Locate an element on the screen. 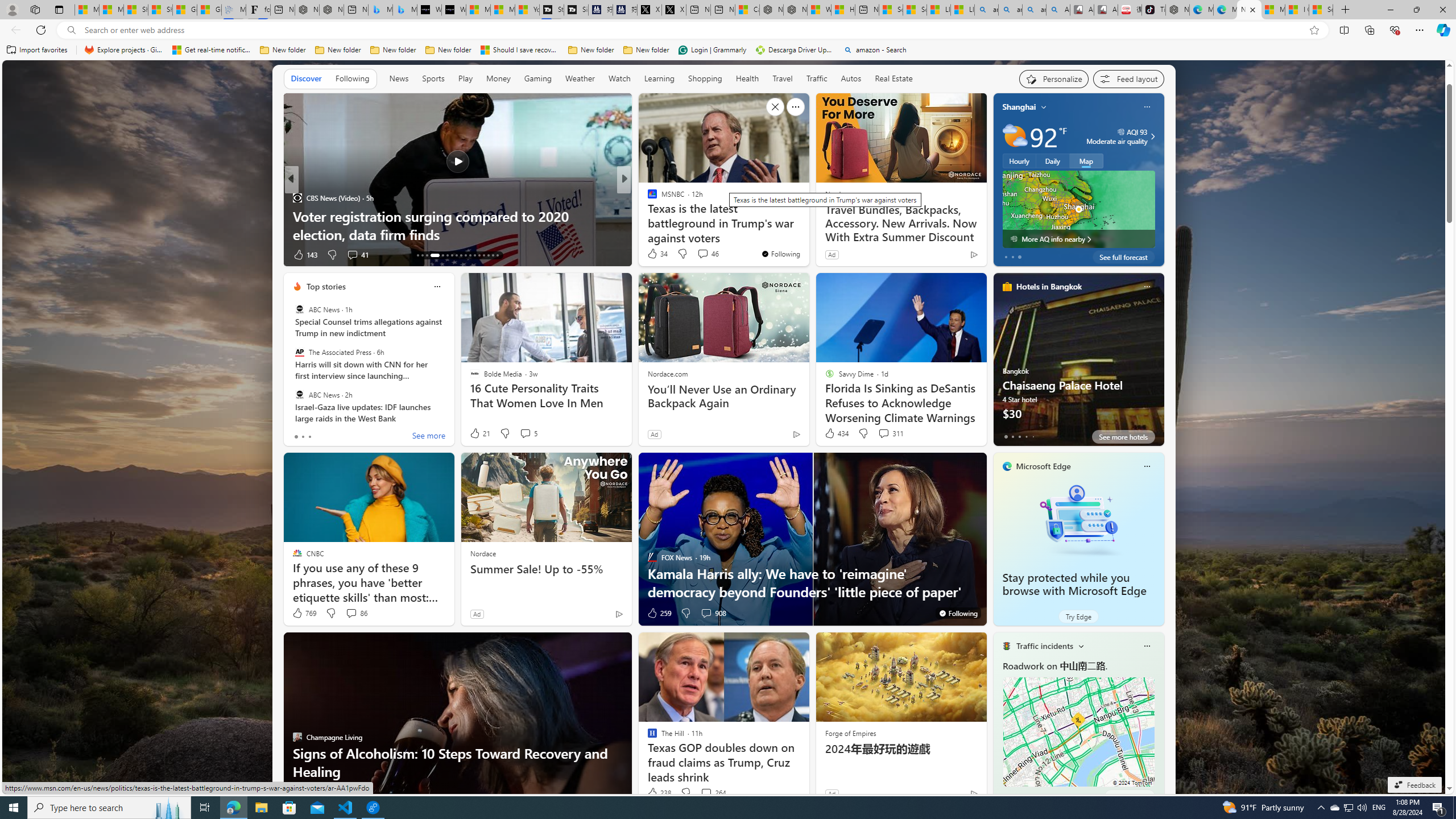 This screenshot has width=1456, height=819. 'AutomationID: tab-41' is located at coordinates (492, 255).